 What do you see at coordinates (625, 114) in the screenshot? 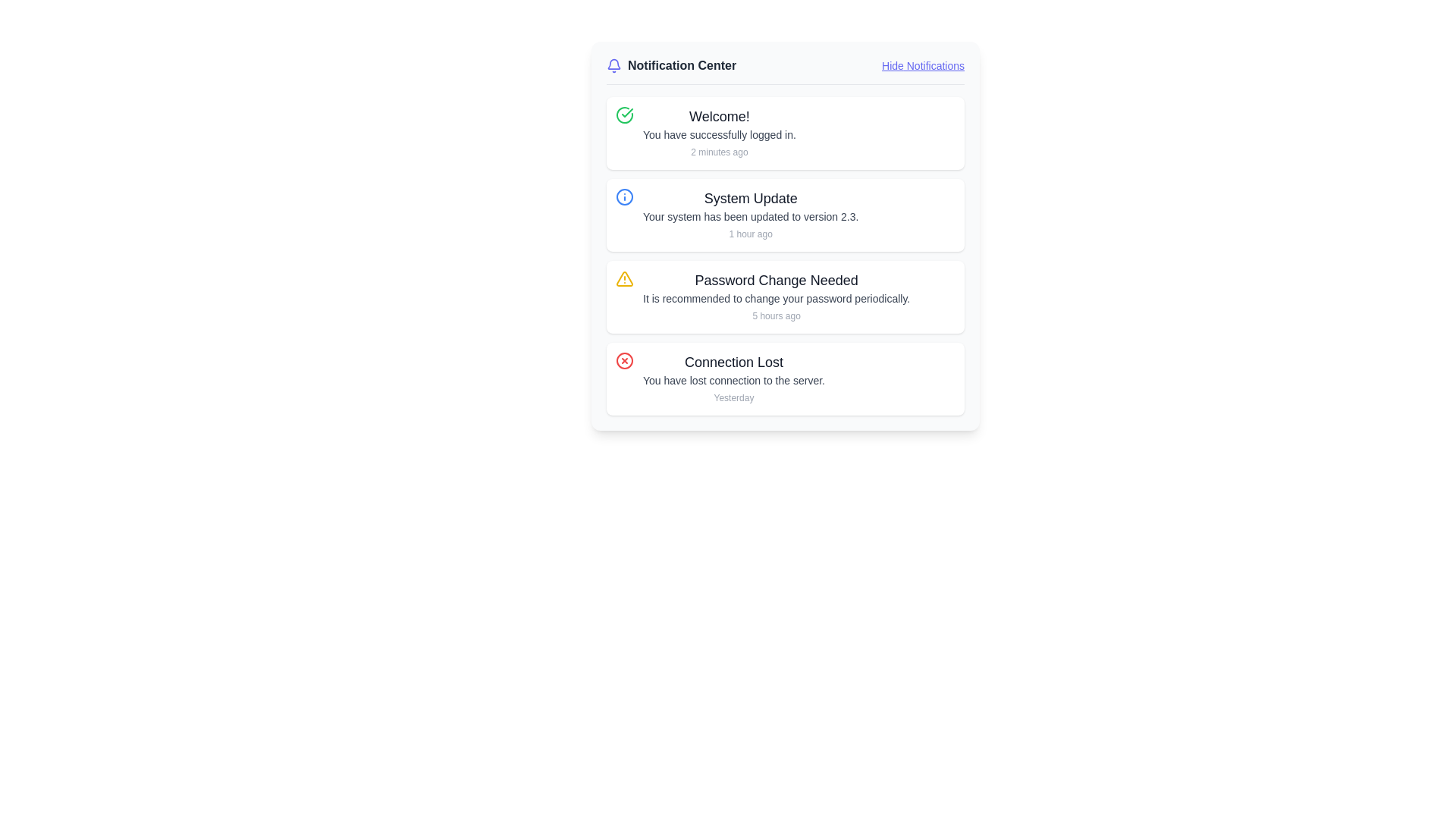
I see `the green circle icon containing a white checkmark, which symbolizes success and is located to the left of the 'Welcome!' text in the notification` at bounding box center [625, 114].